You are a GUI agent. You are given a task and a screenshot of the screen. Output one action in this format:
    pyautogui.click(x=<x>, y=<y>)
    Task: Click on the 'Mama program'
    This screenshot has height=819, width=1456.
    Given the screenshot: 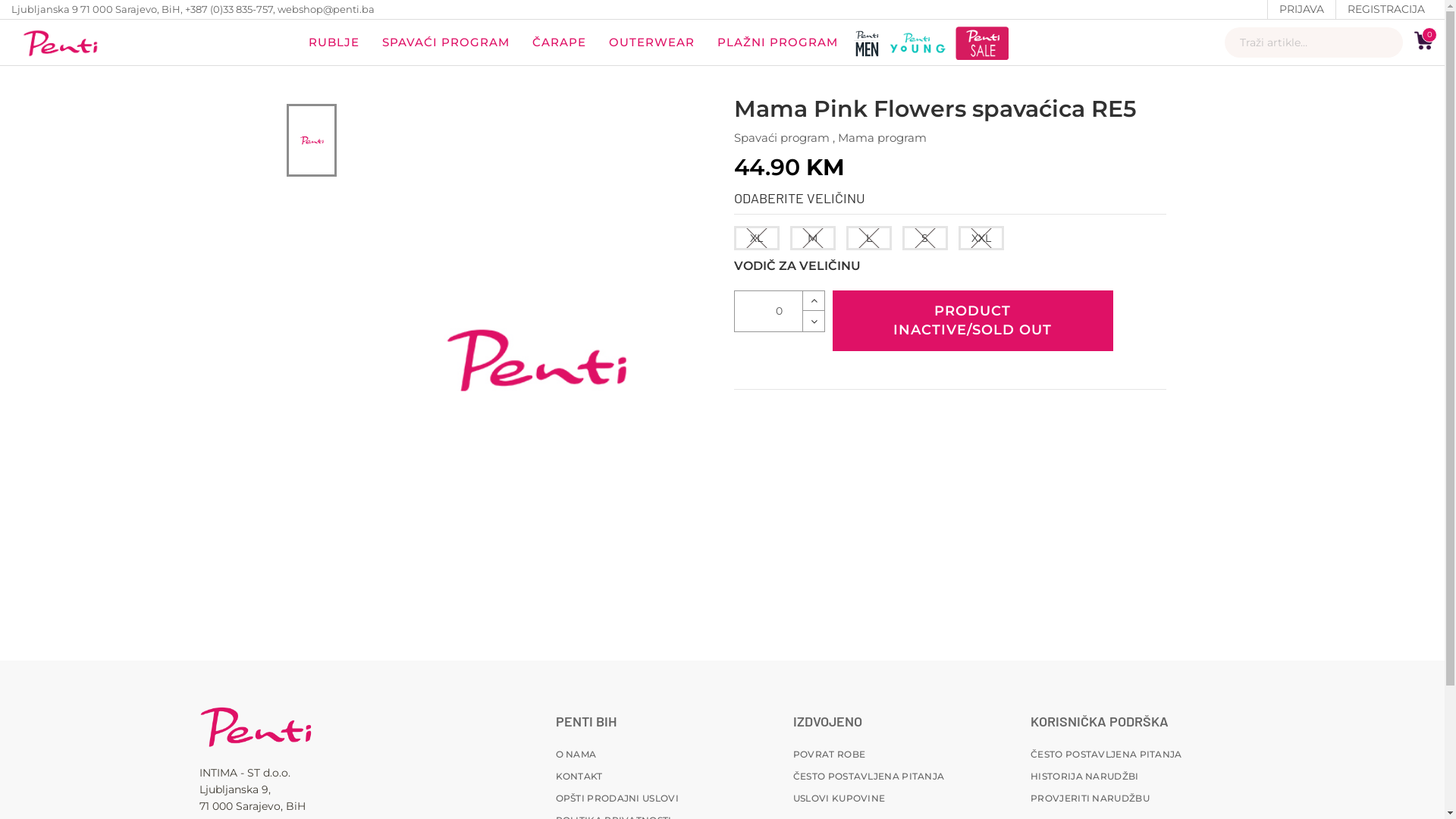 What is the action you would take?
    pyautogui.click(x=881, y=137)
    